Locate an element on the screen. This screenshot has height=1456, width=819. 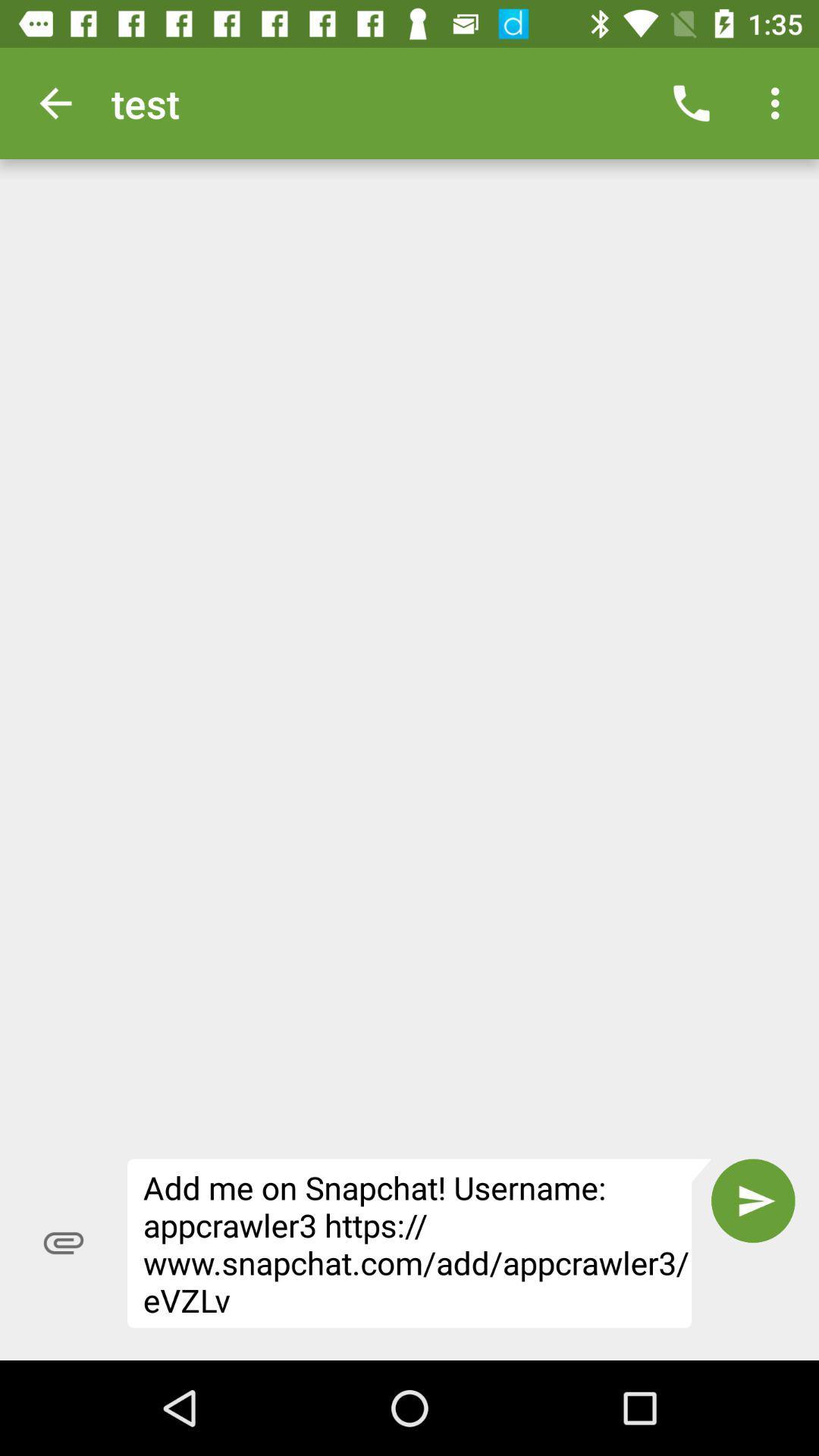
item to the right of test item is located at coordinates (691, 102).